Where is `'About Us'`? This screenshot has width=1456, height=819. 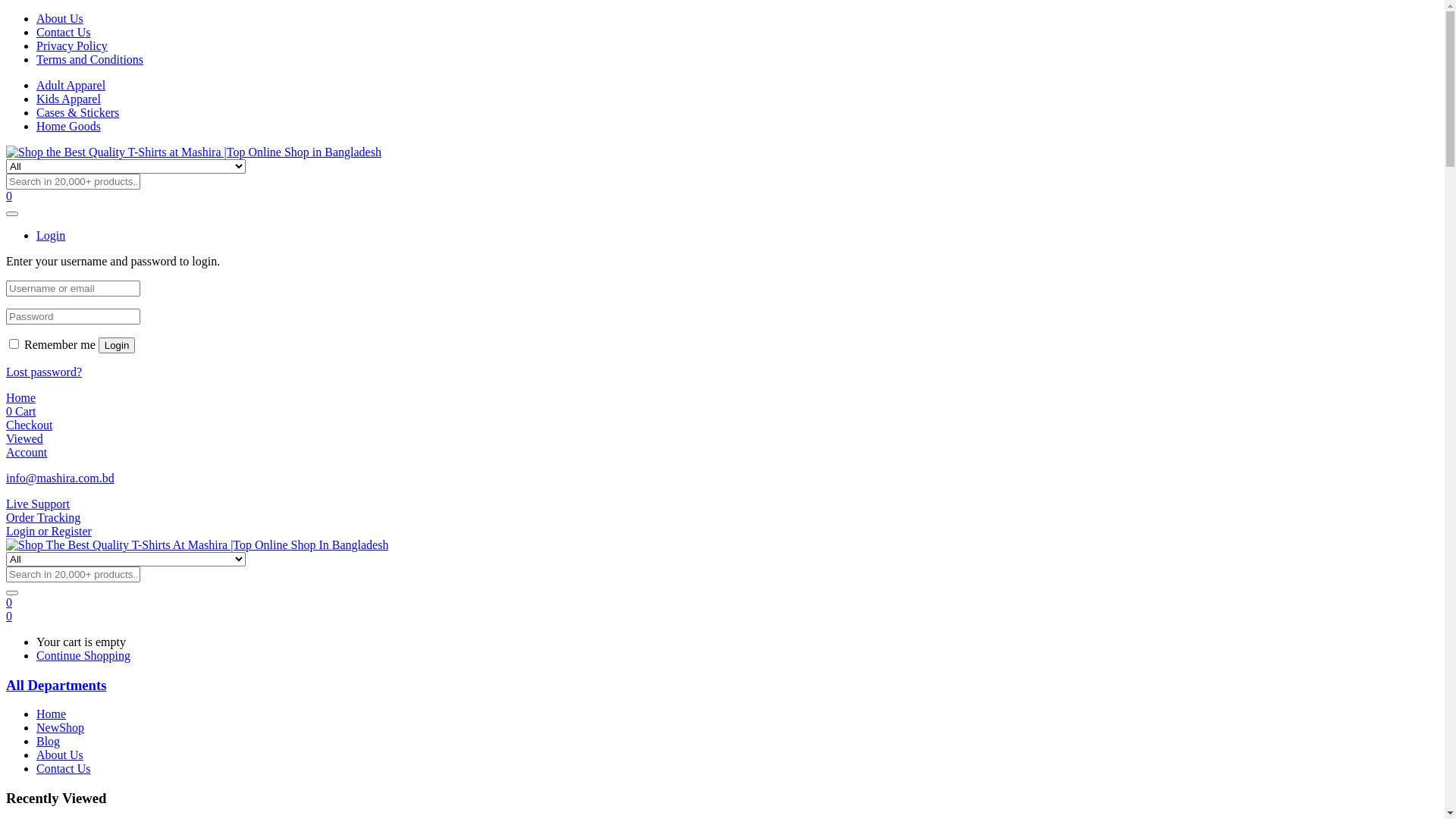
'About Us' is located at coordinates (59, 755).